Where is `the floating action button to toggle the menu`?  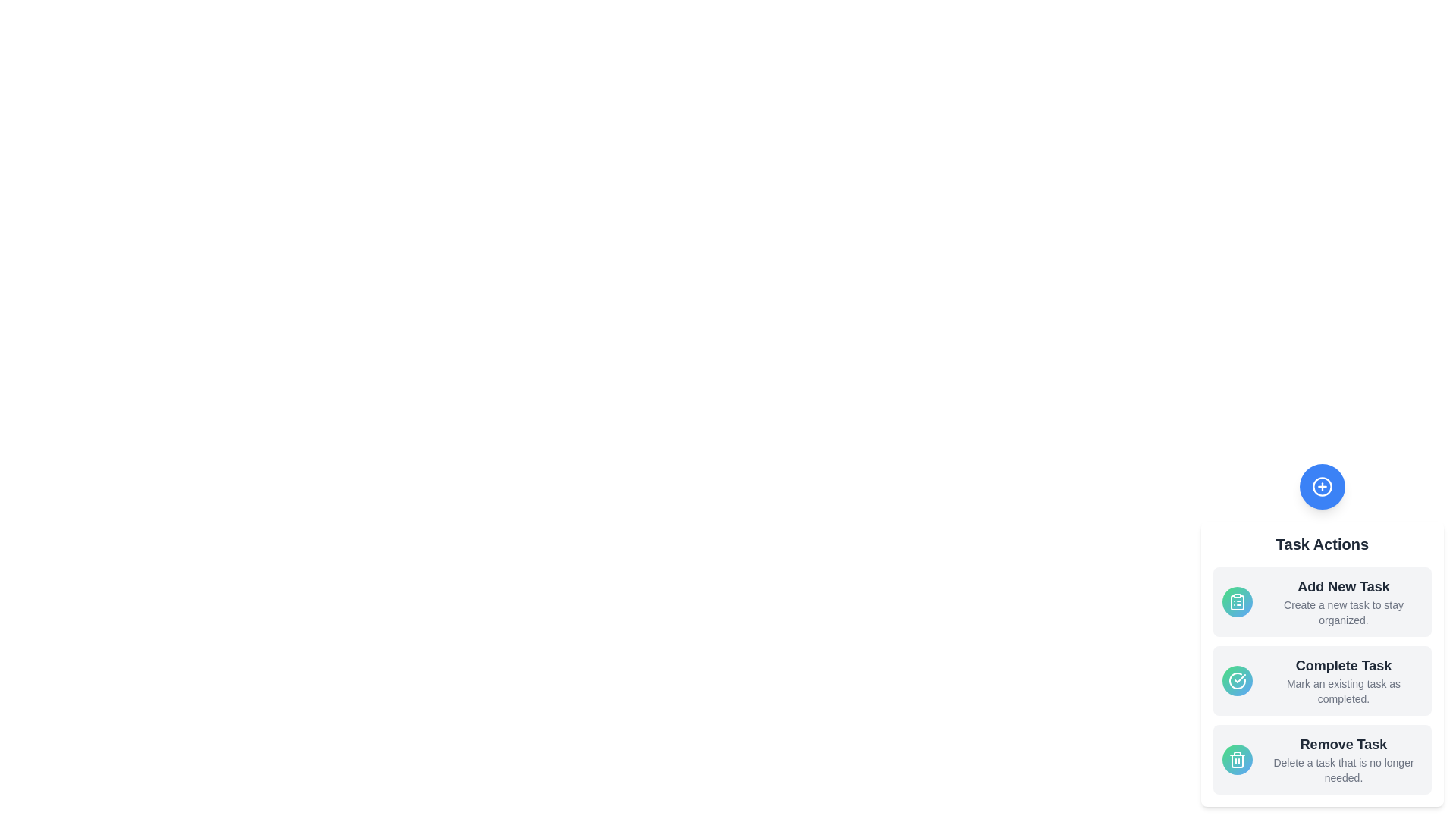
the floating action button to toggle the menu is located at coordinates (1321, 486).